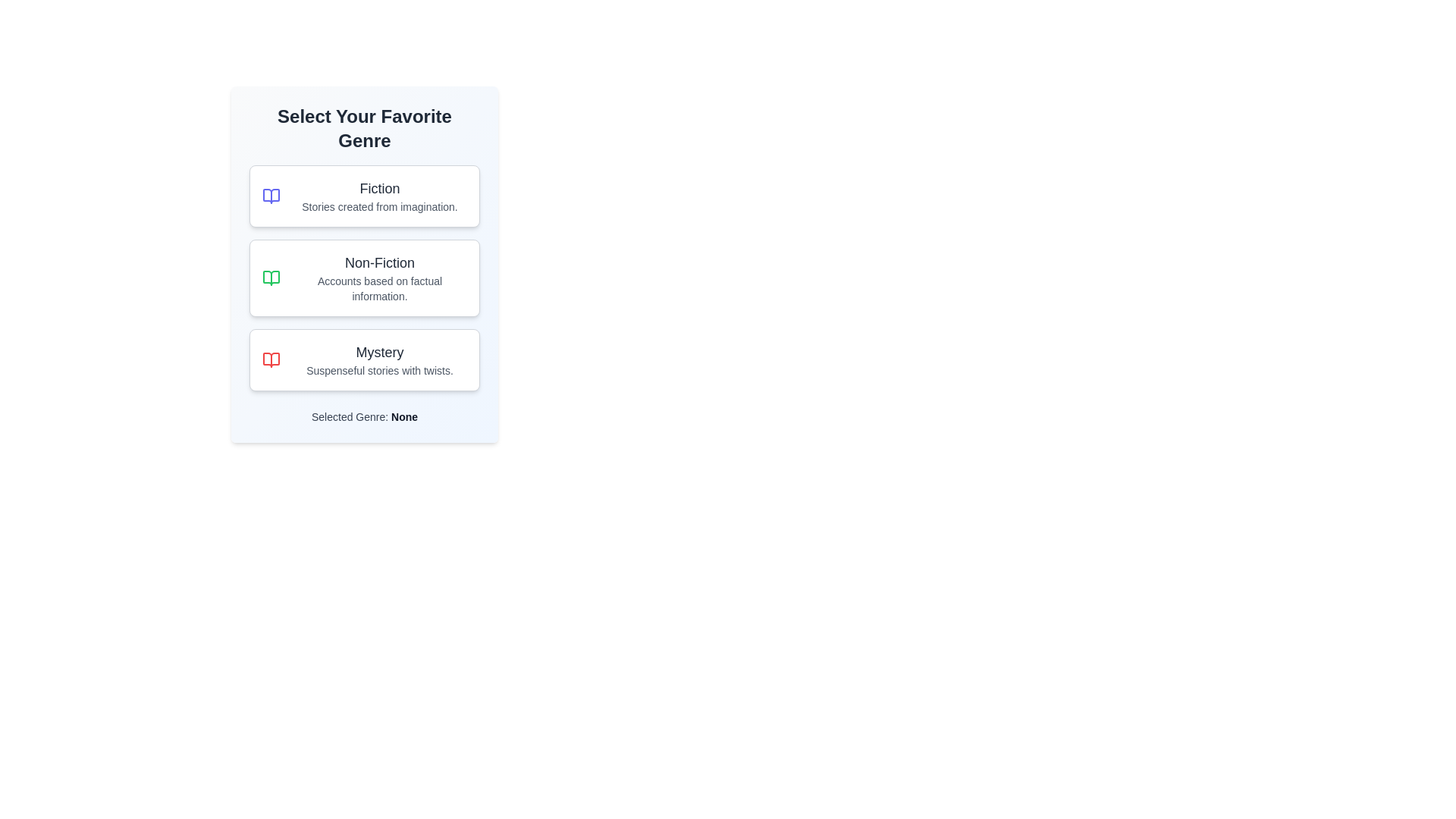 This screenshot has width=1456, height=819. I want to click on the 'Mystery' selectable card, which is the third card in a vertical list, so click(364, 359).